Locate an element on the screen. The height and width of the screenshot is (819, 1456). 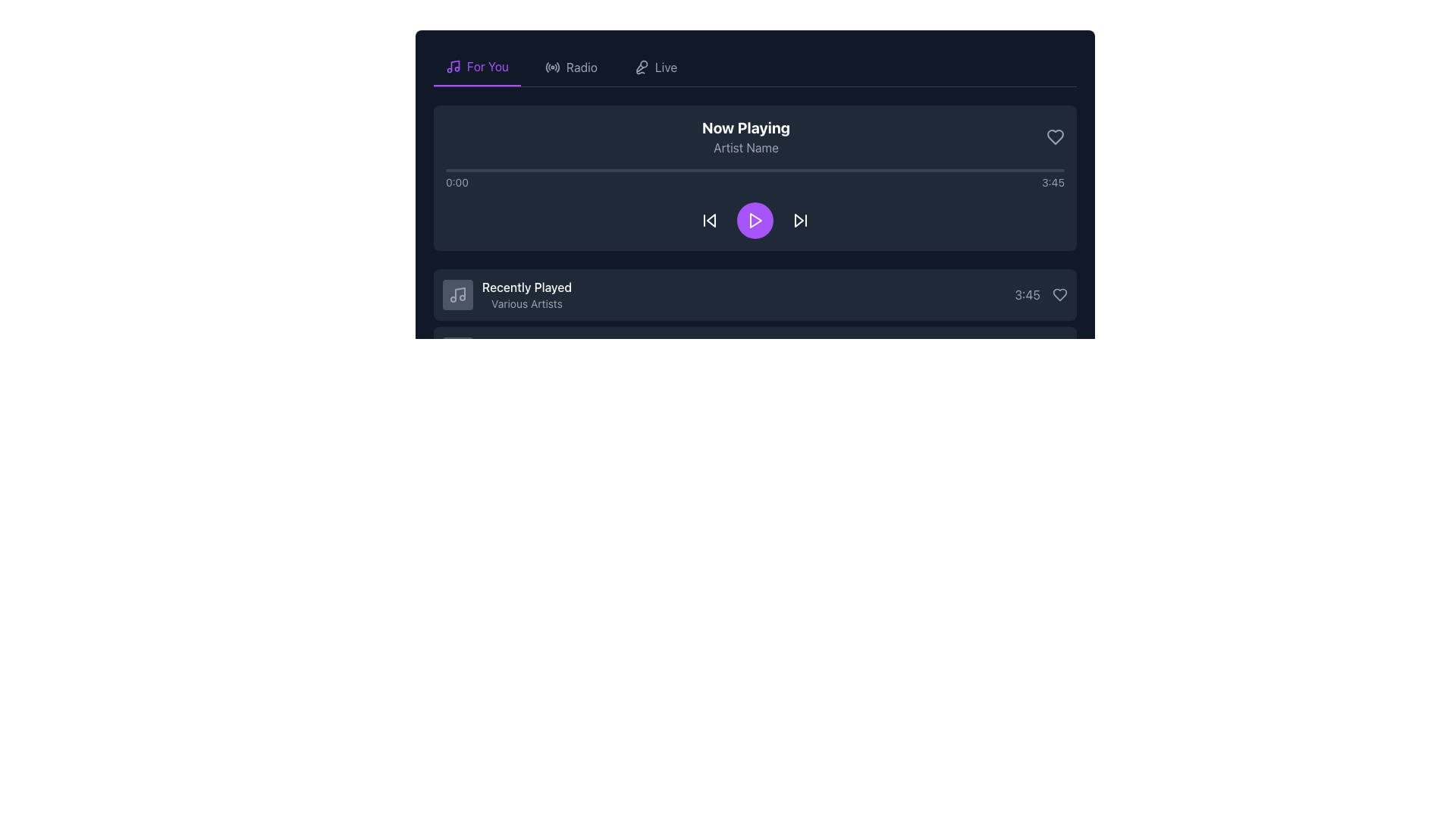
the 'For You' option in the horizontal navigation bar is located at coordinates (755, 66).